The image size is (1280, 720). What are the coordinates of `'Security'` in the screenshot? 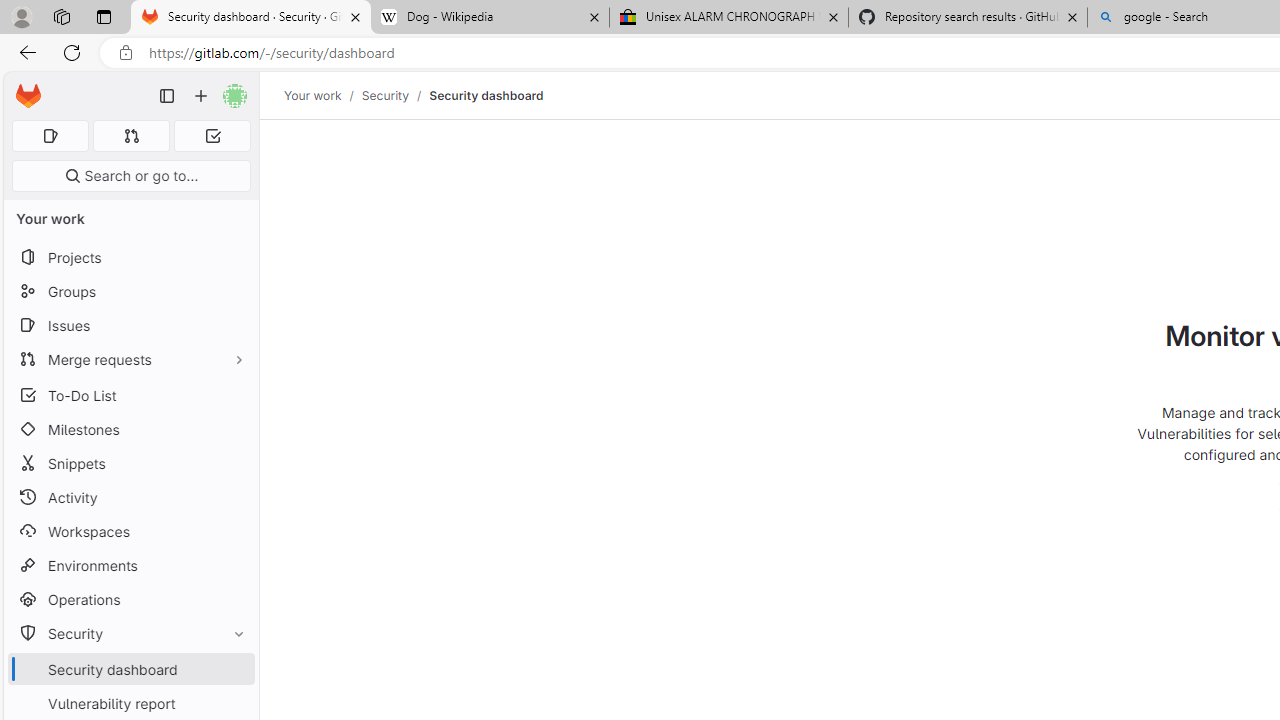 It's located at (385, 95).